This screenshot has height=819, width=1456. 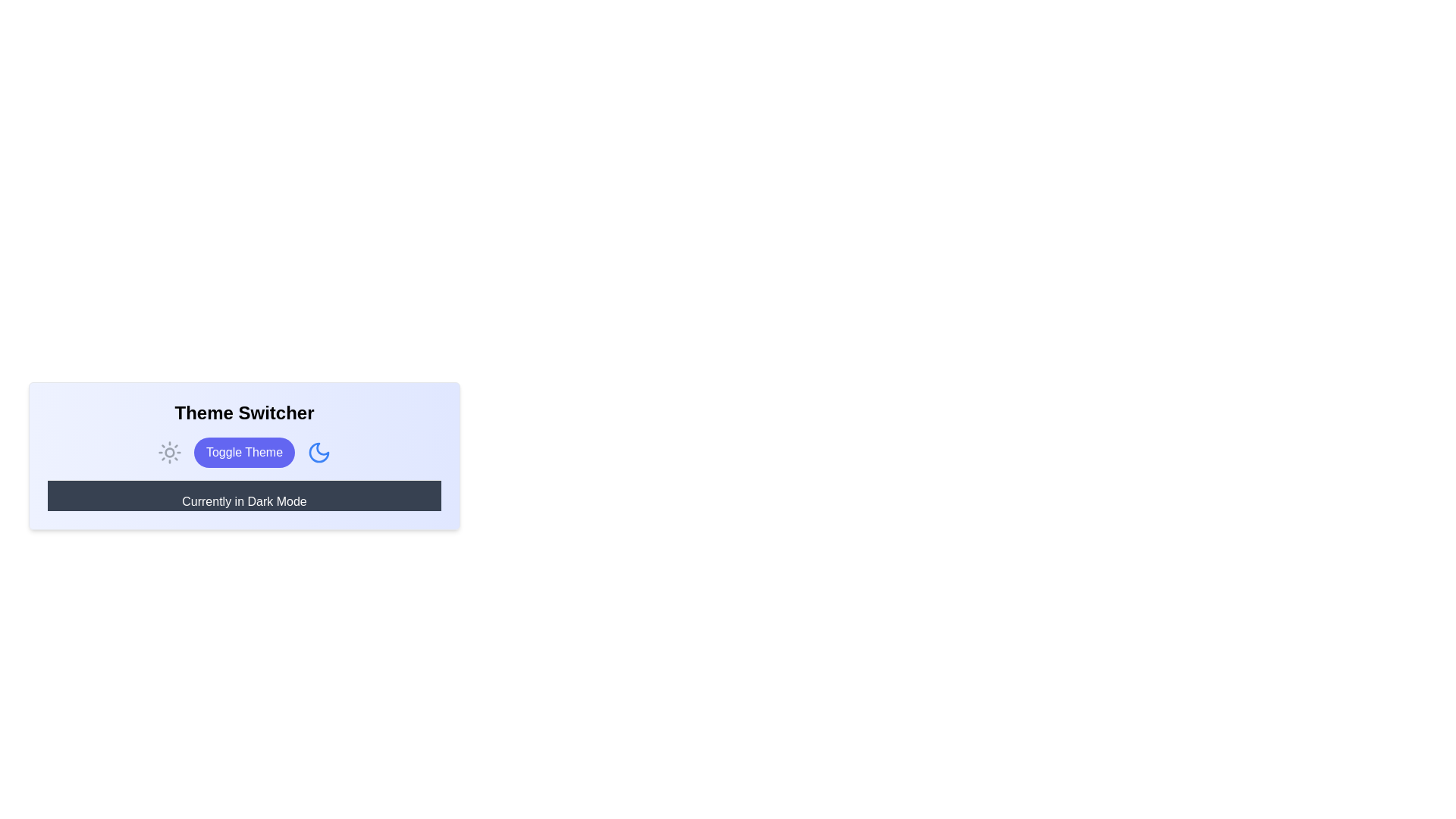 What do you see at coordinates (244, 452) in the screenshot?
I see `the 'Toggle Theme' button, which is the central component of the Interactive Group with Button` at bounding box center [244, 452].